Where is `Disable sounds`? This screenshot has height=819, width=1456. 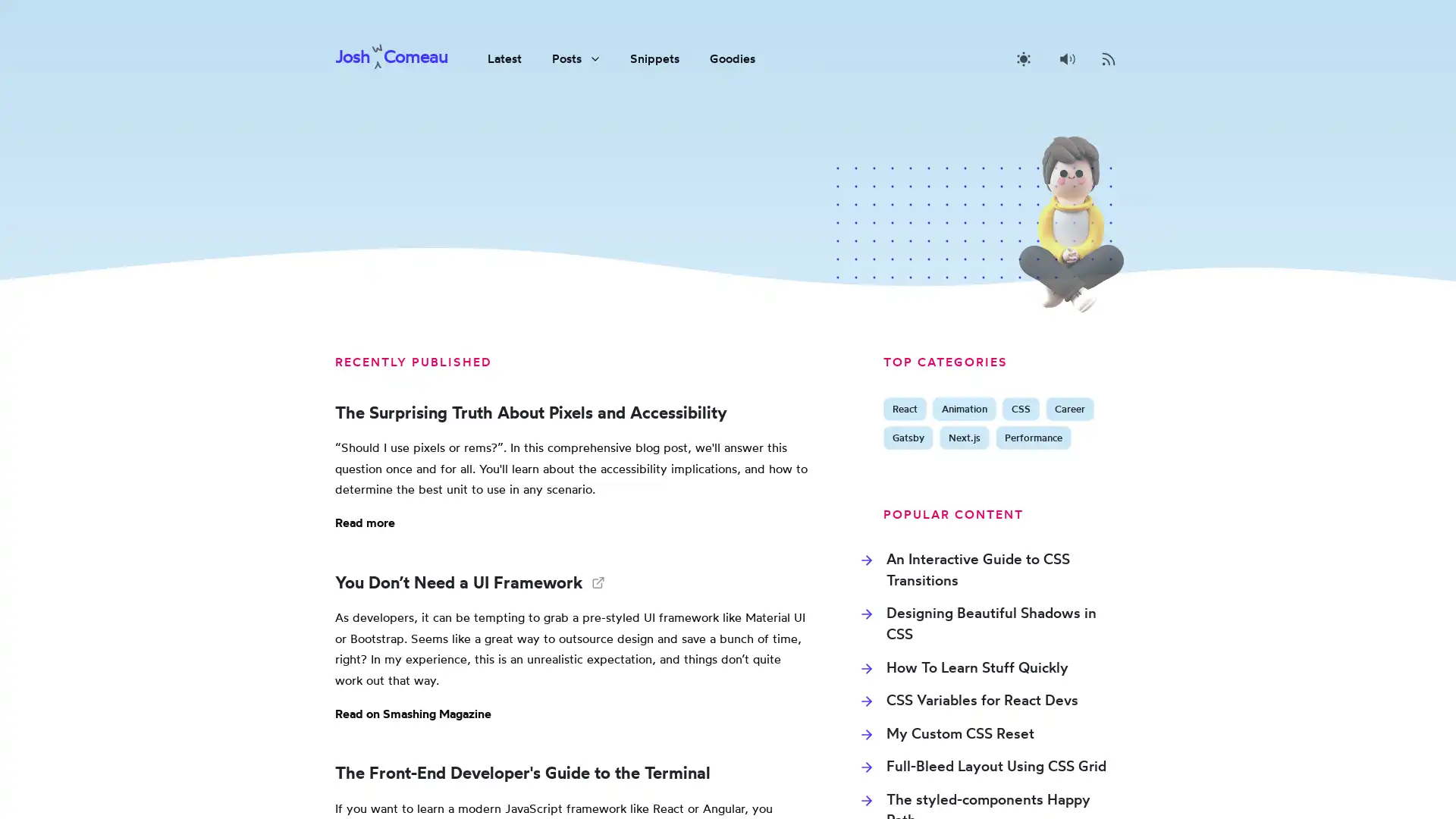 Disable sounds is located at coordinates (1066, 58).